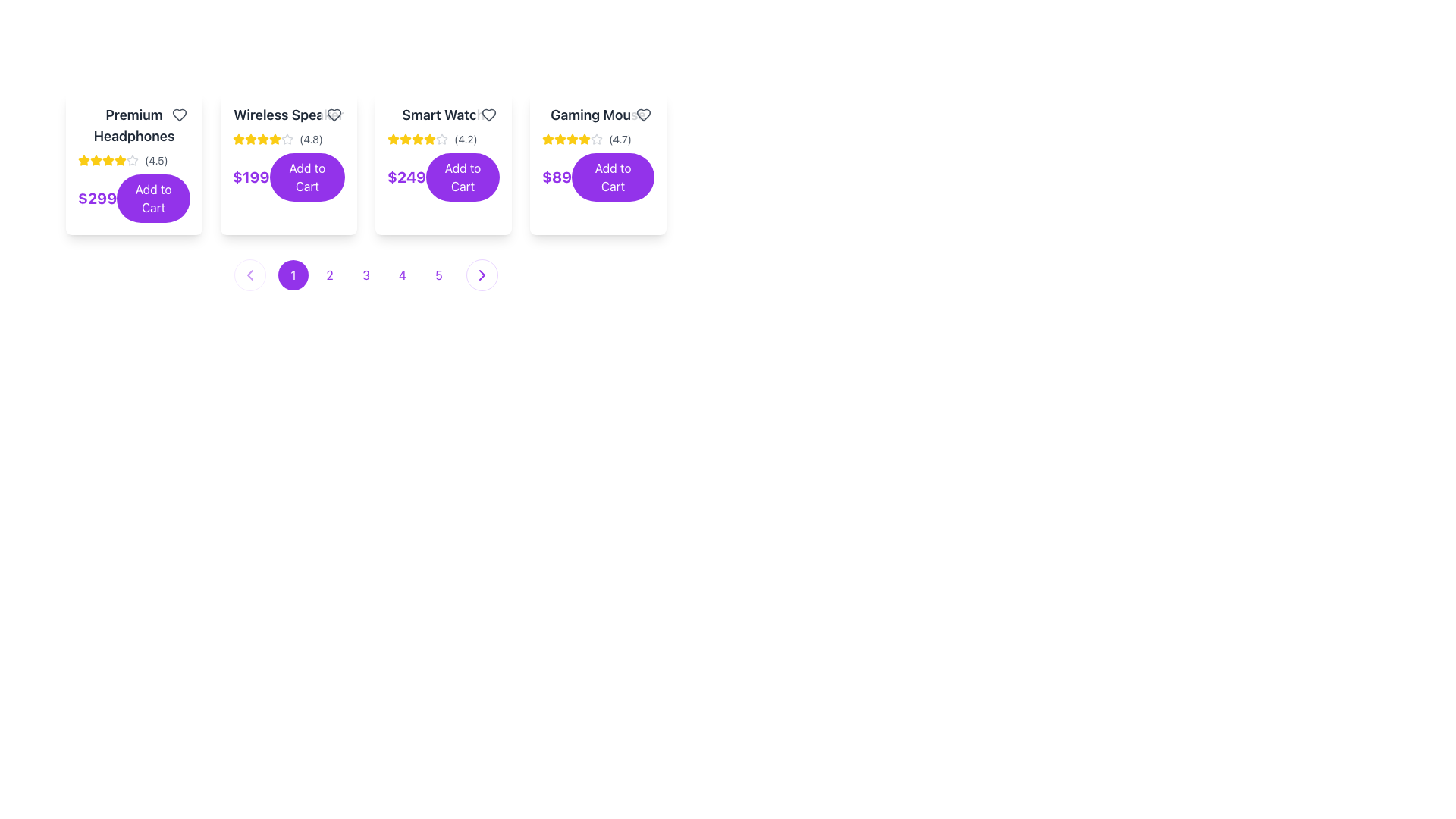 The width and height of the screenshot is (1456, 819). Describe the element at coordinates (251, 140) in the screenshot. I see `the third yellow star icon in the rating system for the 'Wireless Speaker' product, which is located on the product card with a purple 'Add to Cart' button and a price of $199` at that location.